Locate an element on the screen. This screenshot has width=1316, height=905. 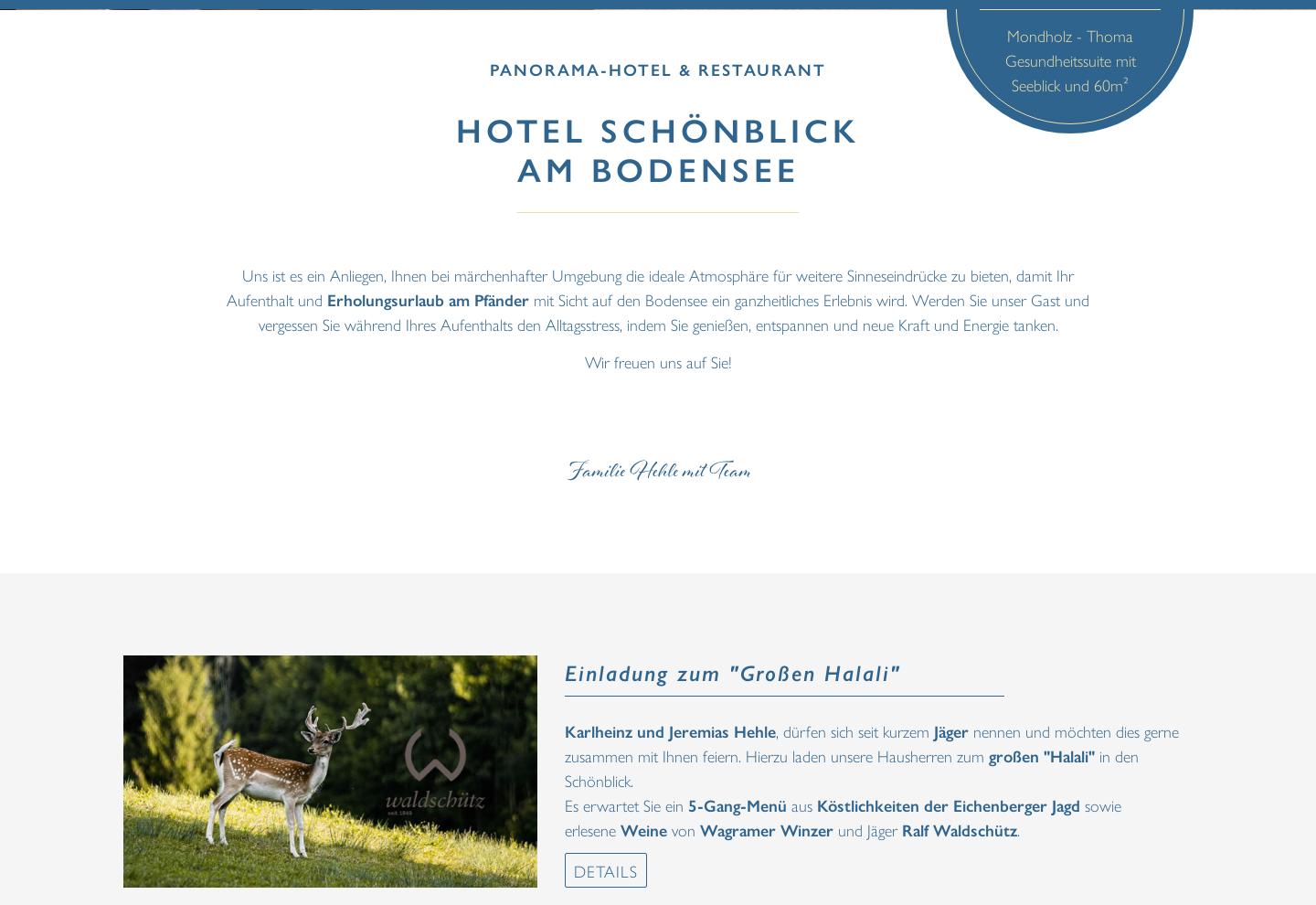
'Weine' is located at coordinates (643, 827).